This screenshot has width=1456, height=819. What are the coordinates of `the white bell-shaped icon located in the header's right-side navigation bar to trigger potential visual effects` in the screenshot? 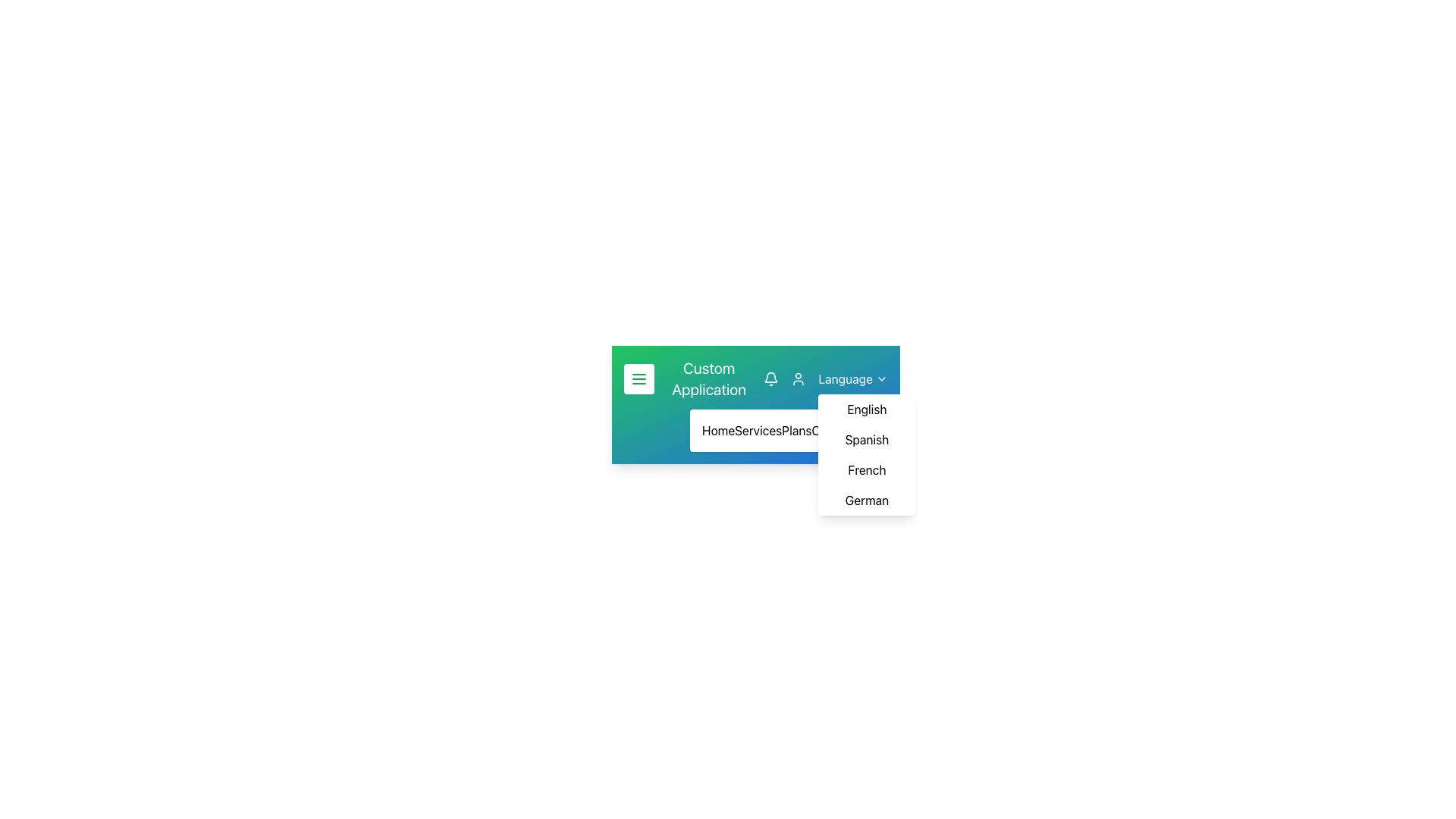 It's located at (771, 378).